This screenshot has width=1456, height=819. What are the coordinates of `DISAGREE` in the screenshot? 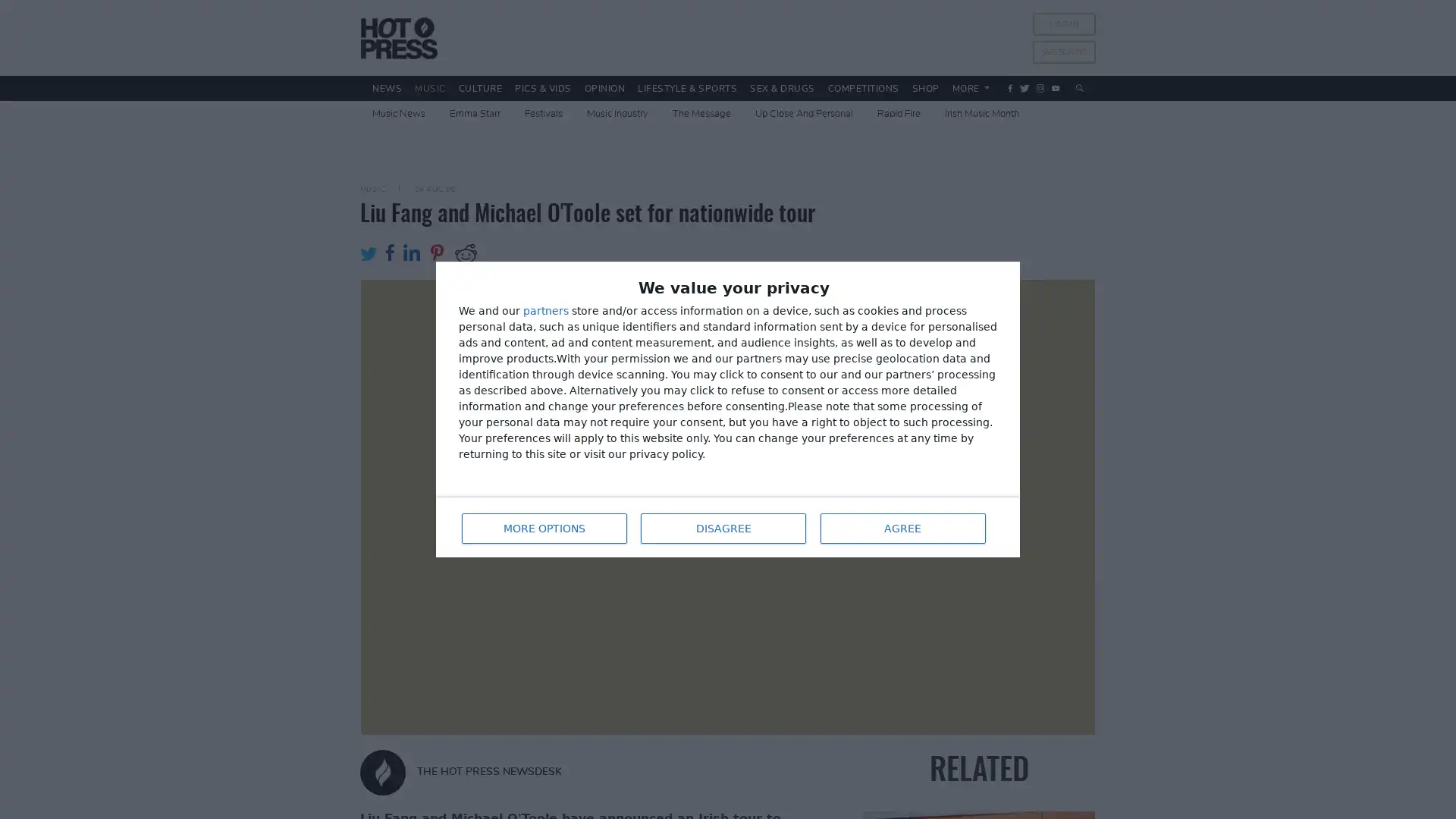 It's located at (720, 526).